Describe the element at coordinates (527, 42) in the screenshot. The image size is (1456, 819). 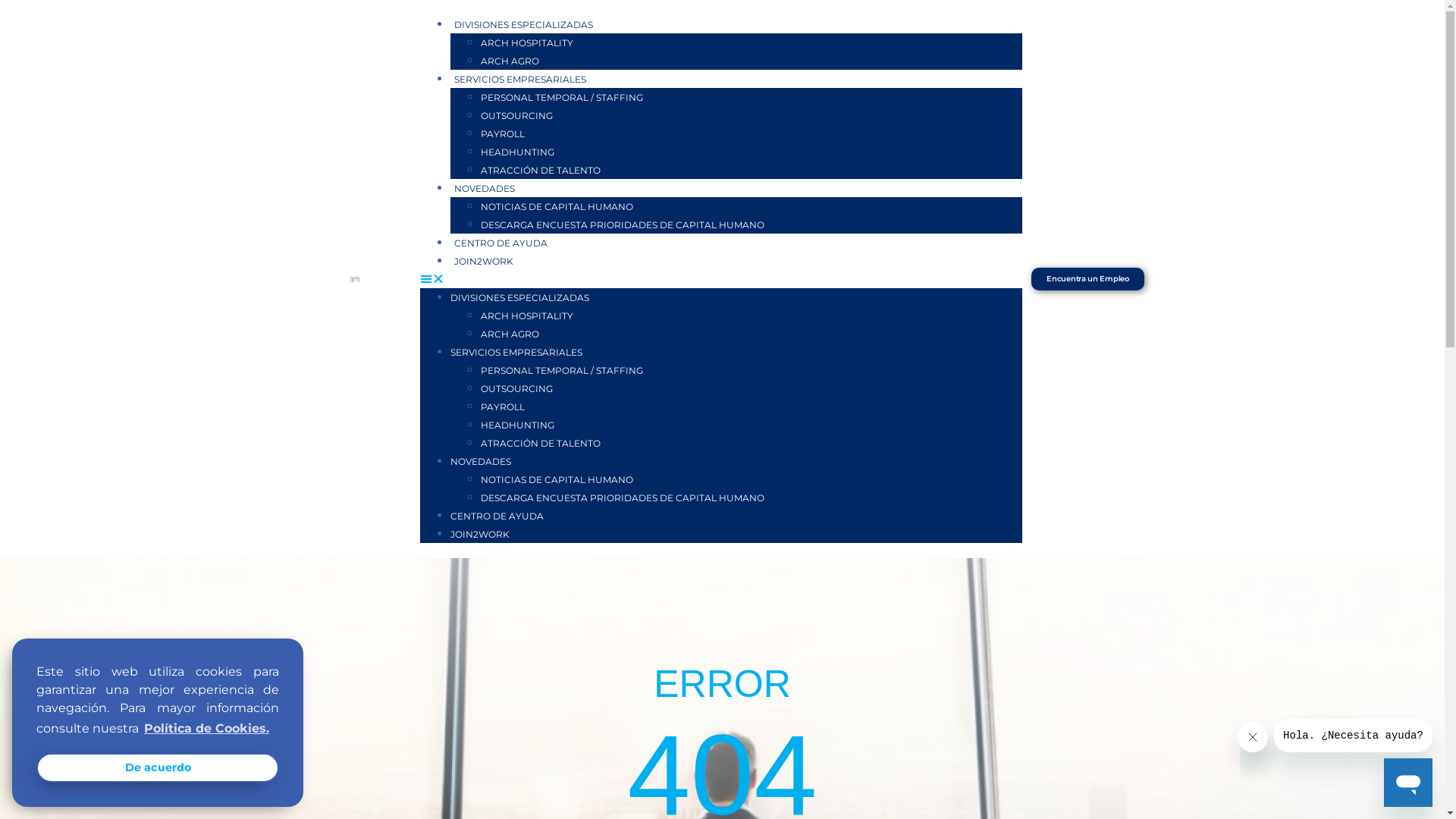
I see `'ARCH HOSPITALITY'` at that location.